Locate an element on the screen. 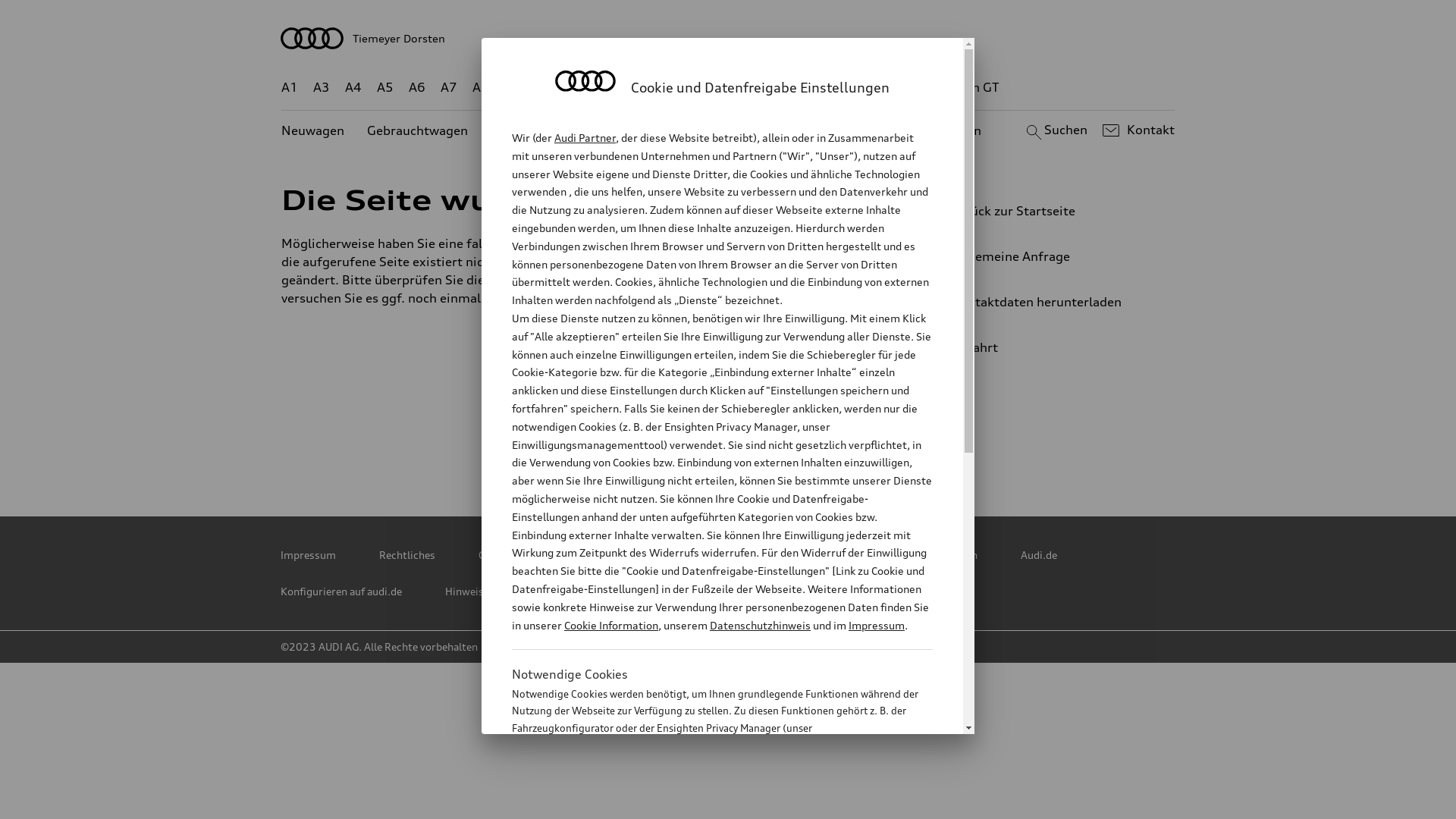 The width and height of the screenshot is (1456, 819). 'Q7' is located at coordinates (682, 87).